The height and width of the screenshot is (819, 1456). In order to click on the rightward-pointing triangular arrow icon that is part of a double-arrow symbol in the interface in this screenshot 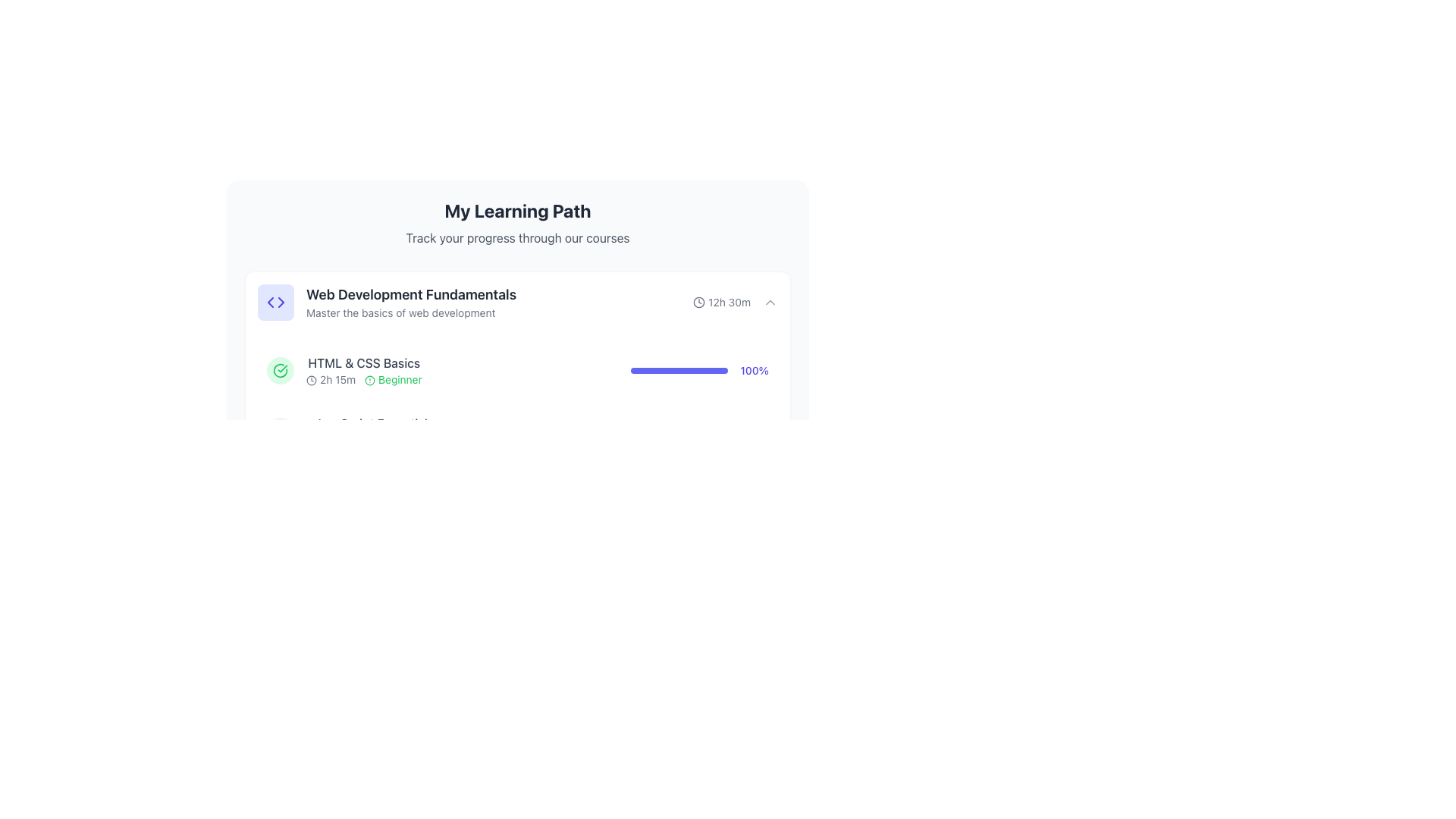, I will do `click(281, 302)`.